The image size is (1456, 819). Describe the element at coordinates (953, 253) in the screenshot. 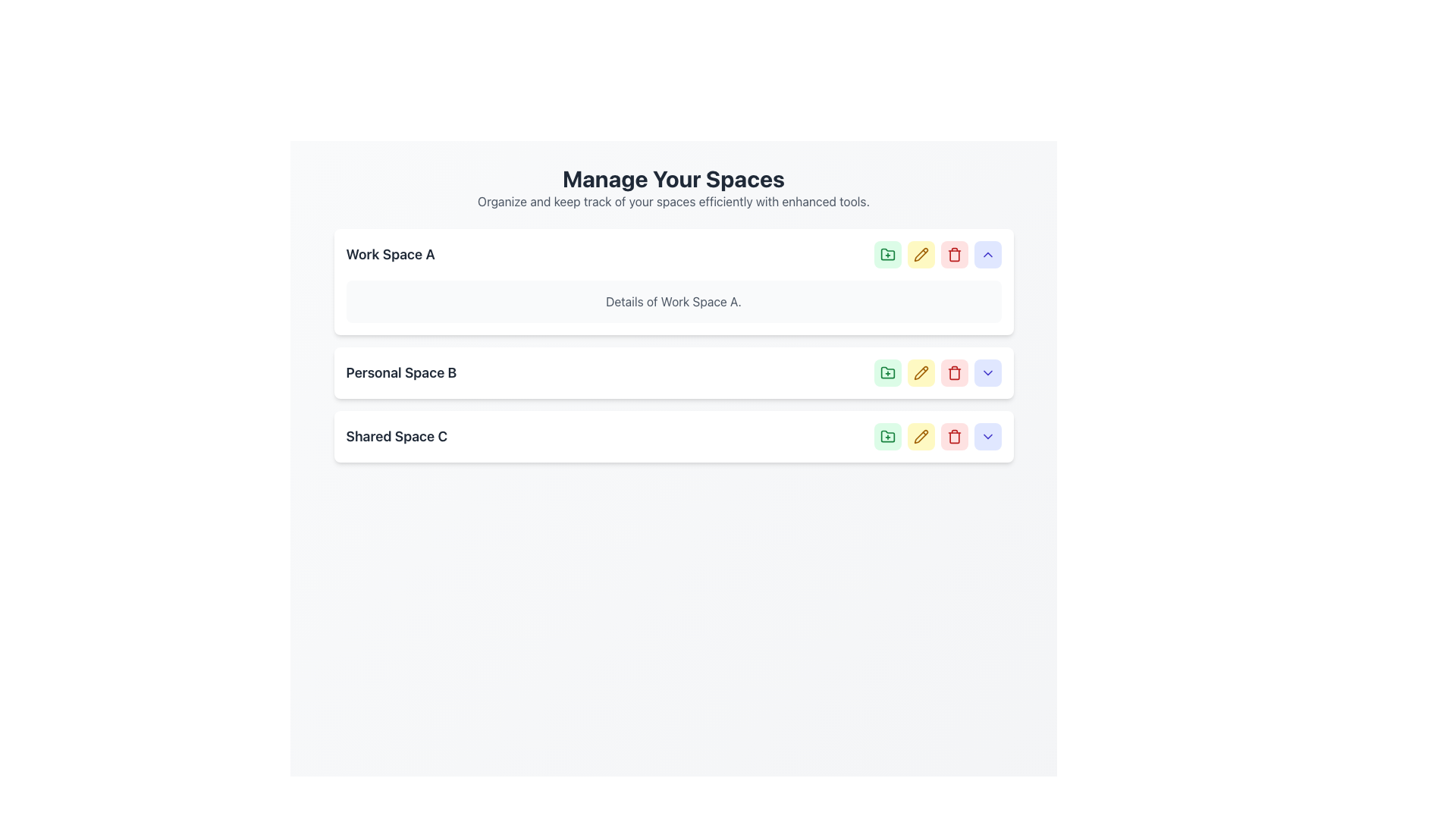

I see `the red trash bin icon located next to the edit button in the action buttons suite` at that location.